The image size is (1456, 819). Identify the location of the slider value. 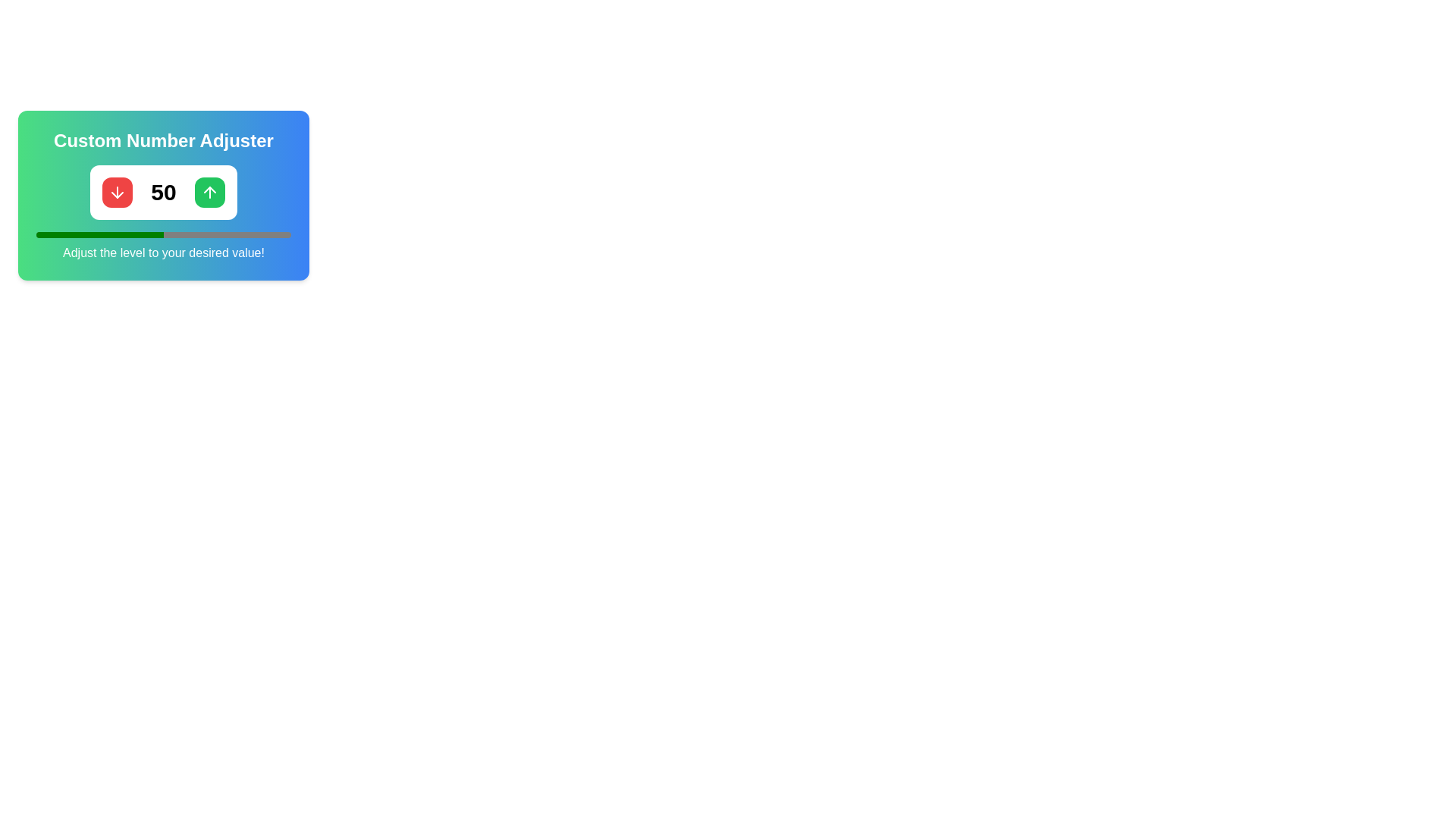
(54, 234).